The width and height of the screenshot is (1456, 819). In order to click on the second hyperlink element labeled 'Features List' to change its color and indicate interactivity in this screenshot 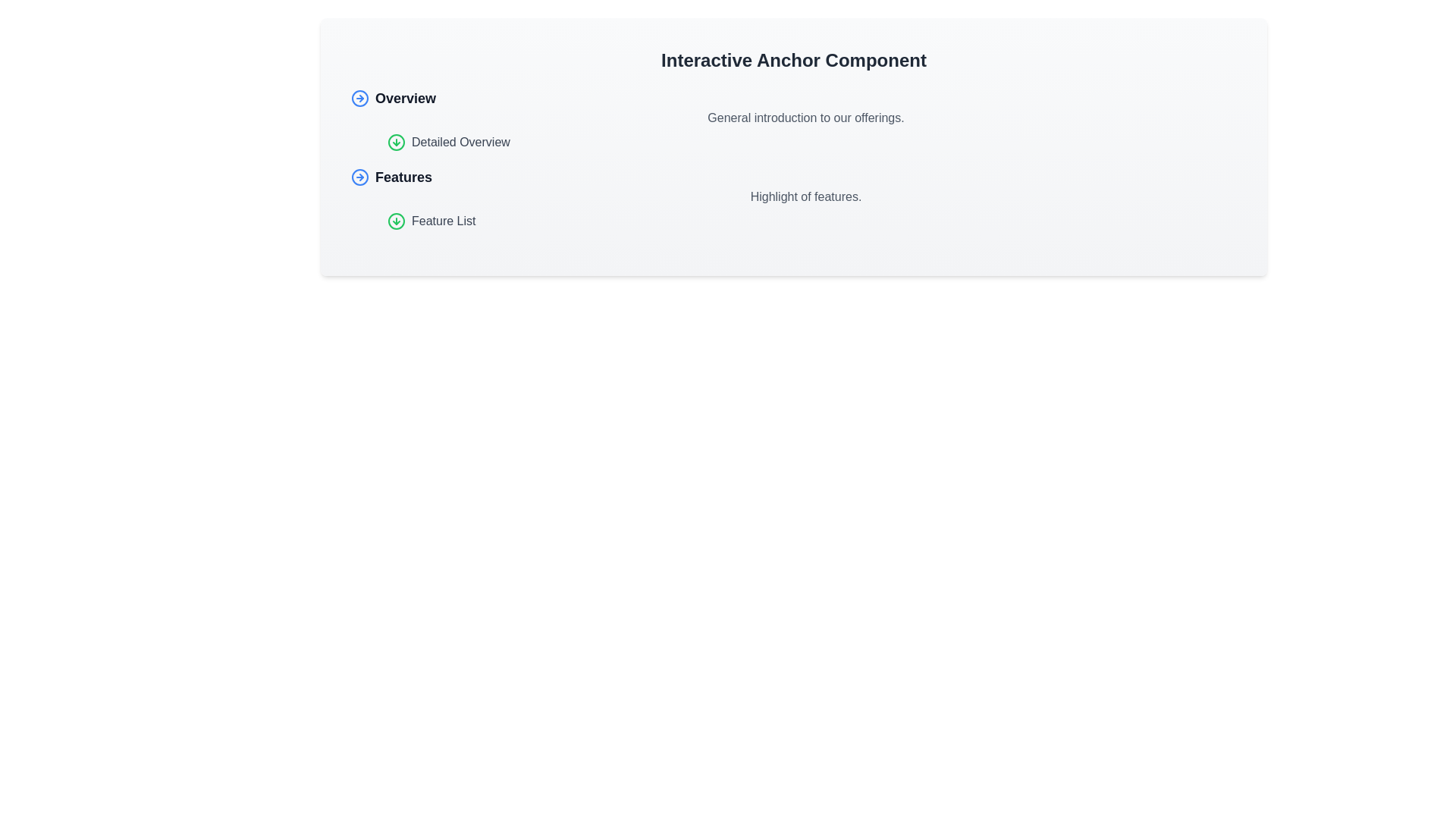, I will do `click(443, 221)`.